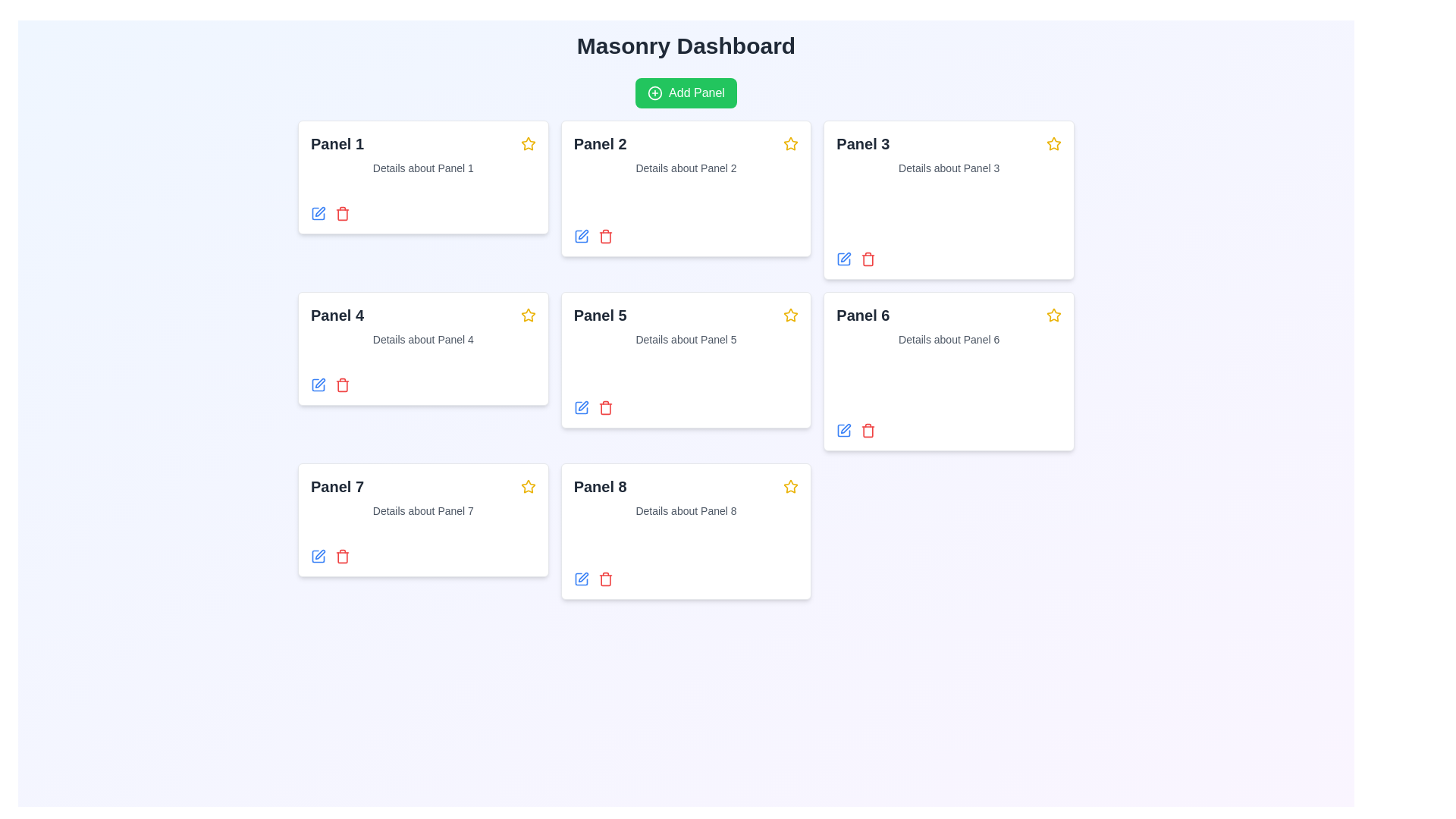 This screenshot has width=1456, height=819. What do you see at coordinates (318, 213) in the screenshot?
I see `the edit icon located at the bottom-left corner of Panel 1` at bounding box center [318, 213].